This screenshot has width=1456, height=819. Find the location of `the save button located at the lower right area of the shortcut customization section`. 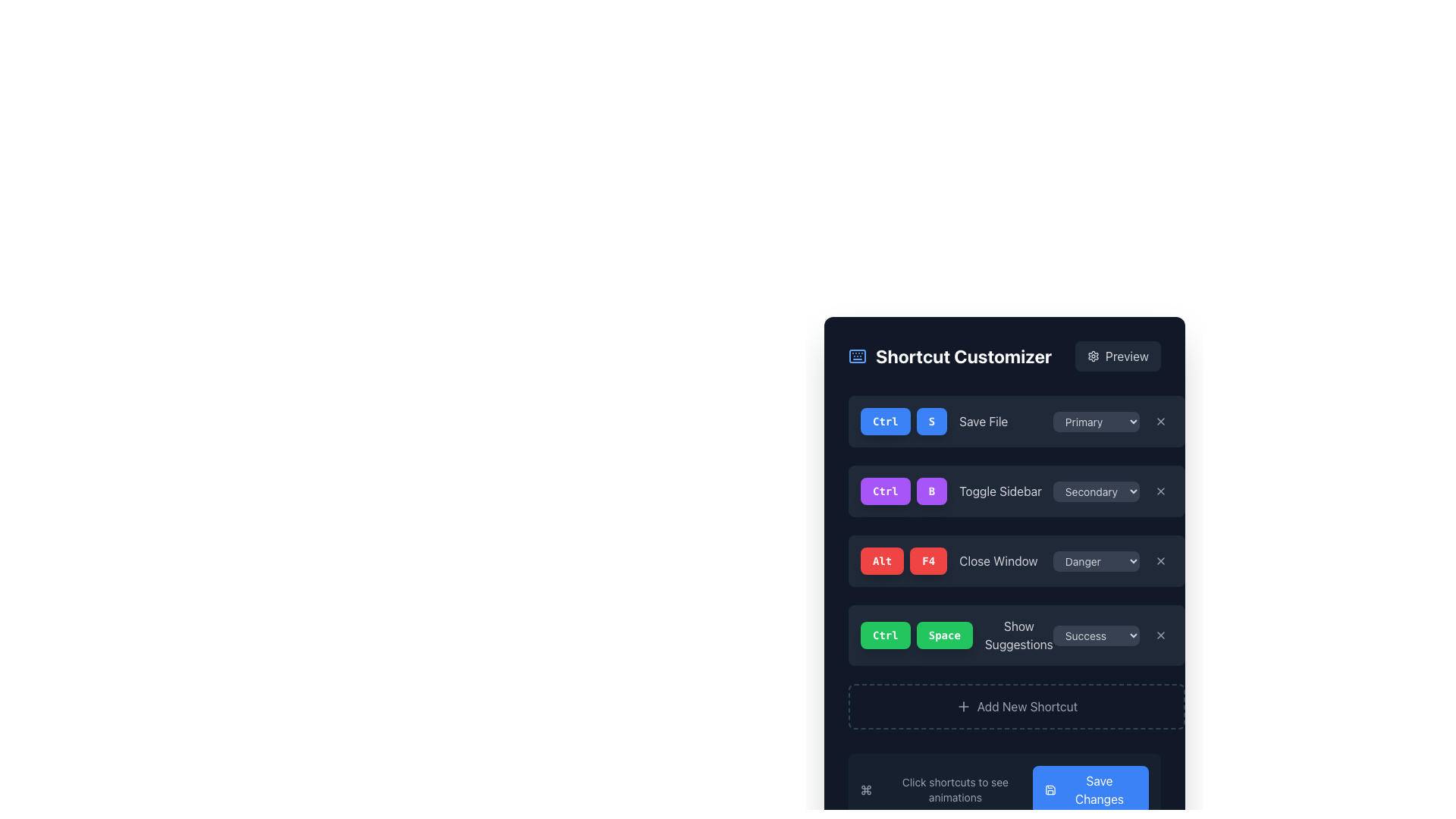

the save button located at the lower right area of the shortcut customization section is located at coordinates (1090, 789).